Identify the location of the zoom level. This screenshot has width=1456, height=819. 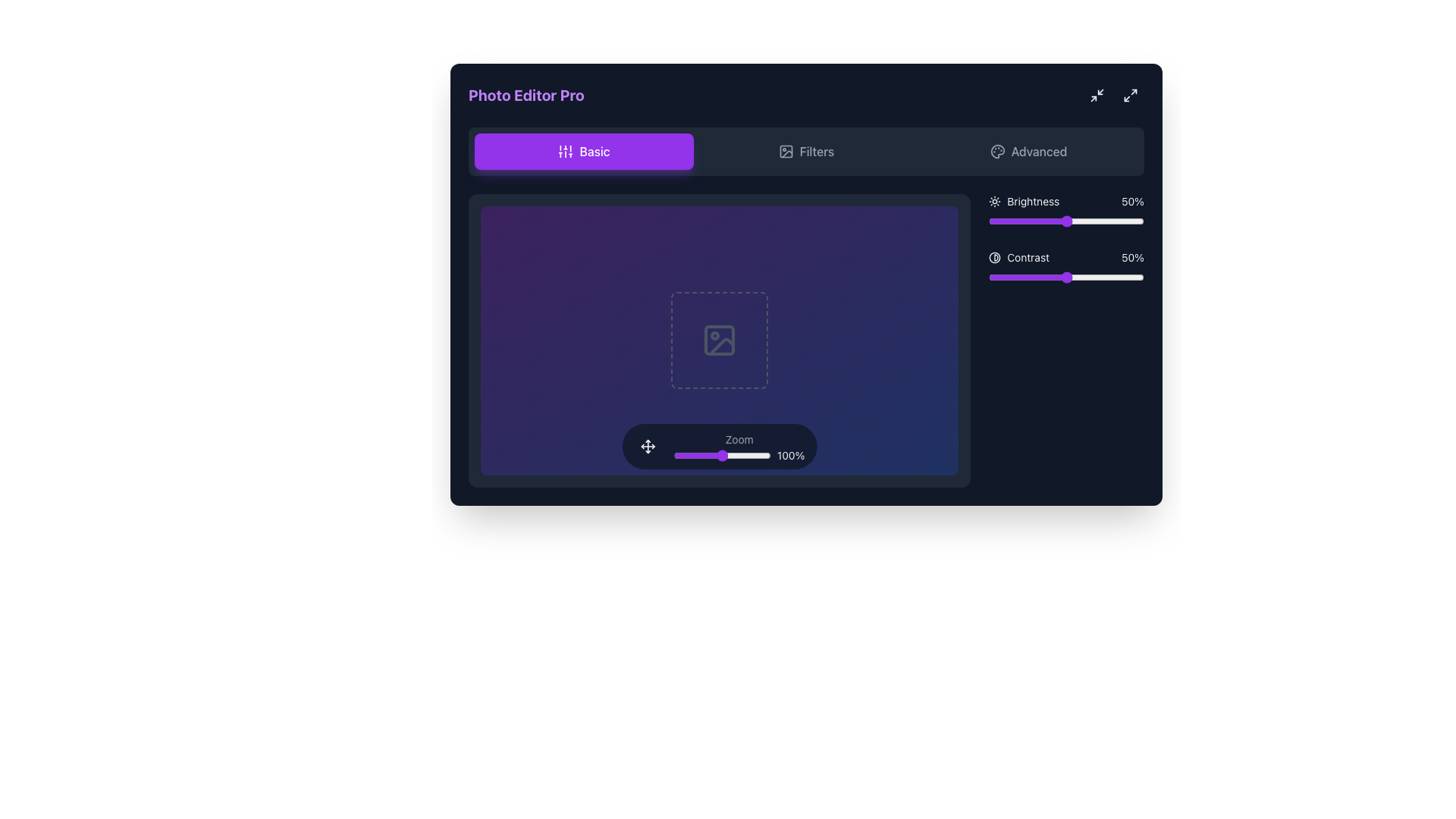
(731, 454).